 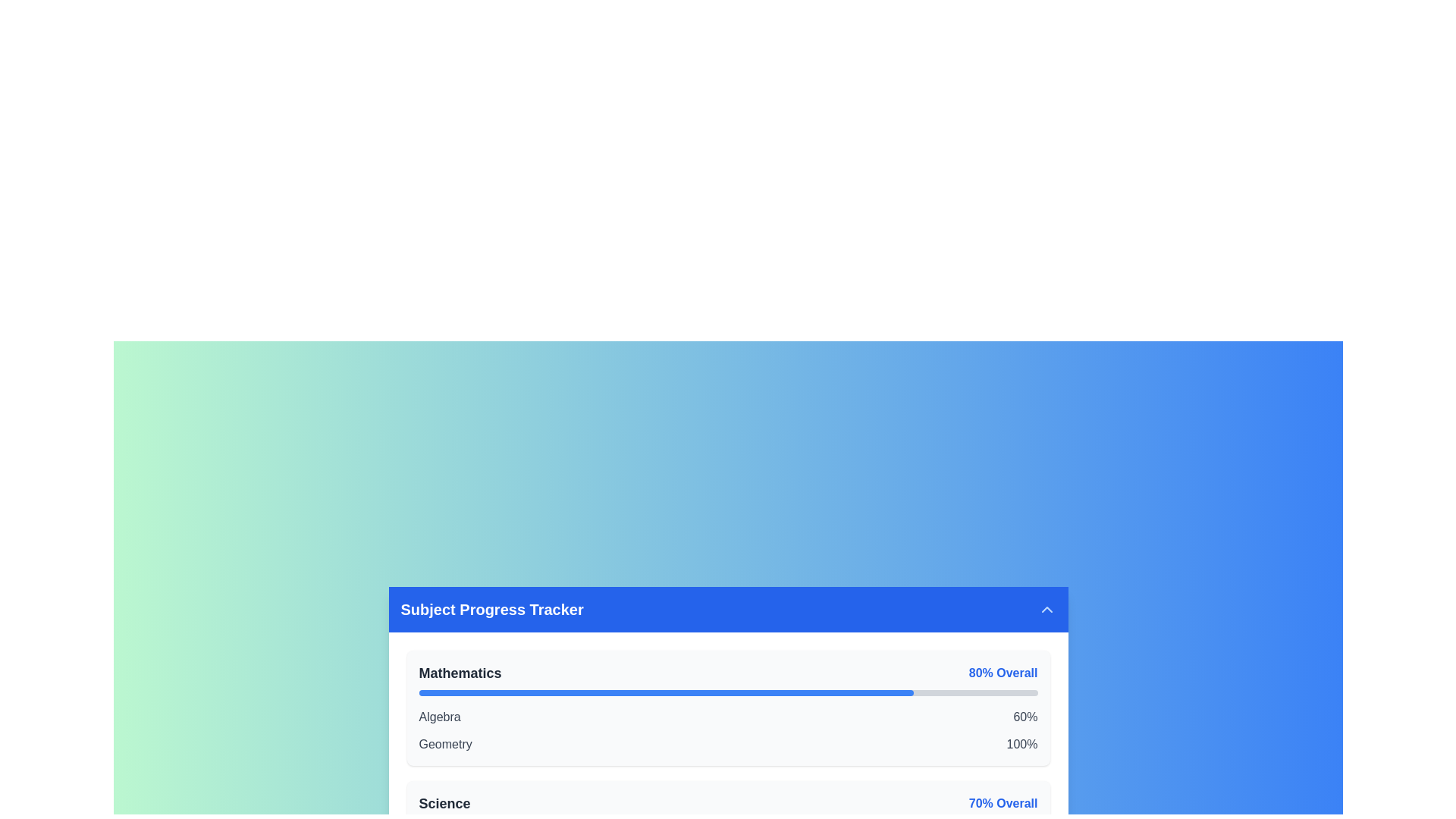 What do you see at coordinates (444, 803) in the screenshot?
I see `the 'Science' text label, which indicates a subject or category in the progress tracker` at bounding box center [444, 803].